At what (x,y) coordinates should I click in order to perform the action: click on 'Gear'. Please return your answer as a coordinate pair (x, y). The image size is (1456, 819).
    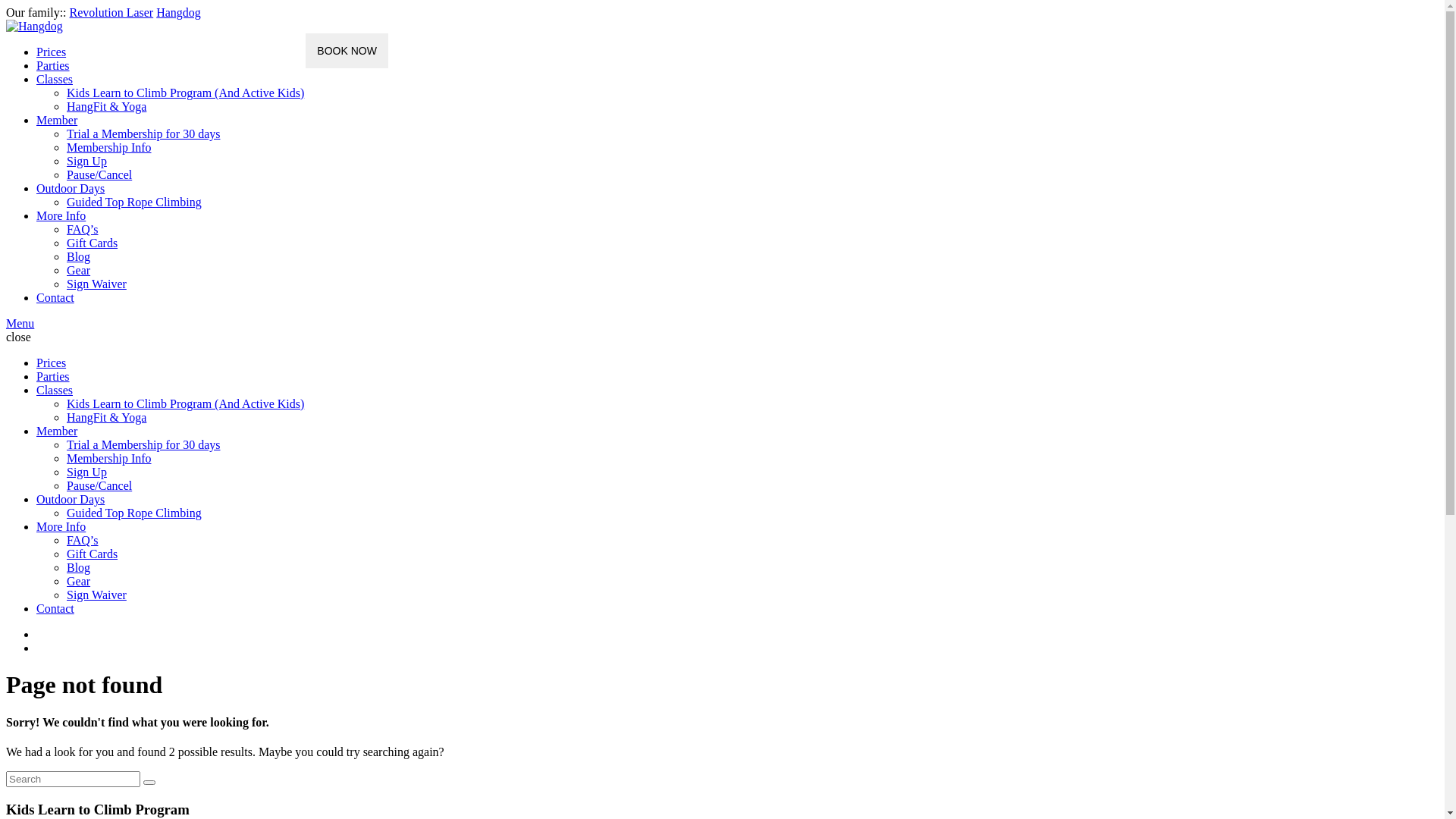
    Looking at the image, I should click on (77, 580).